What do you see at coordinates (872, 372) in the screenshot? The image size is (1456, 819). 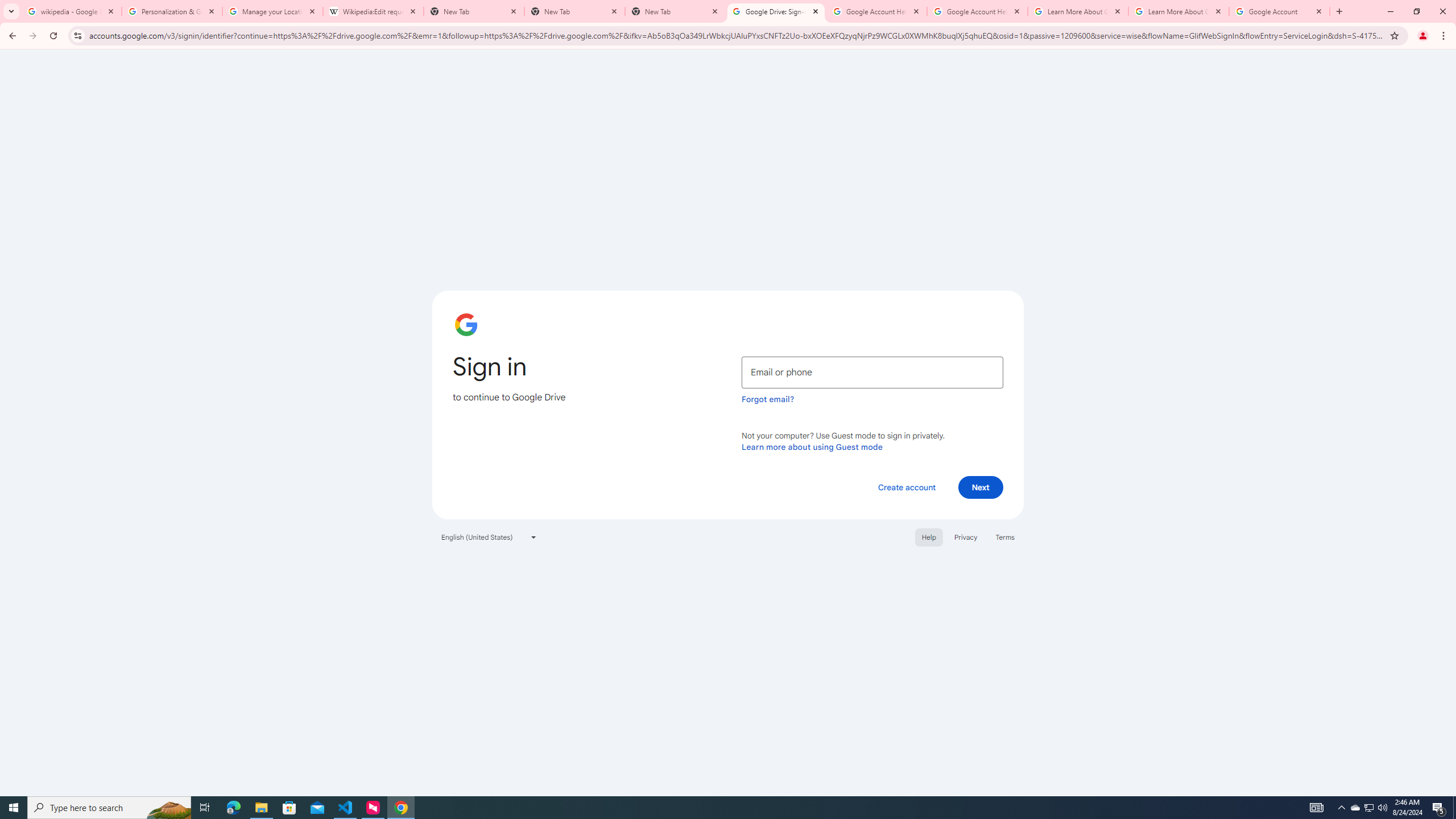 I see `'Email or phone'` at bounding box center [872, 372].